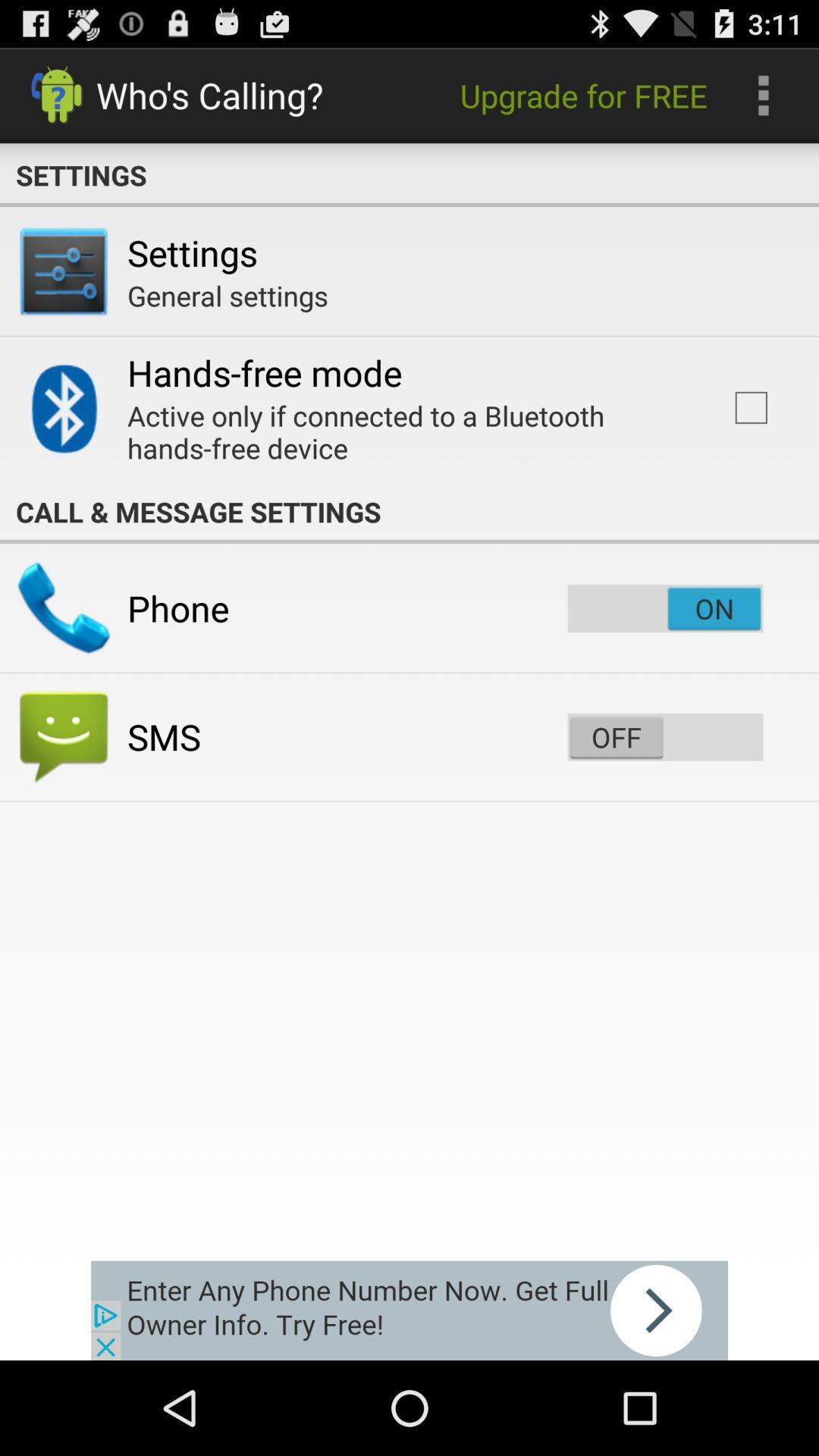 This screenshot has width=819, height=1456. Describe the element at coordinates (664, 736) in the screenshot. I see `on off` at that location.